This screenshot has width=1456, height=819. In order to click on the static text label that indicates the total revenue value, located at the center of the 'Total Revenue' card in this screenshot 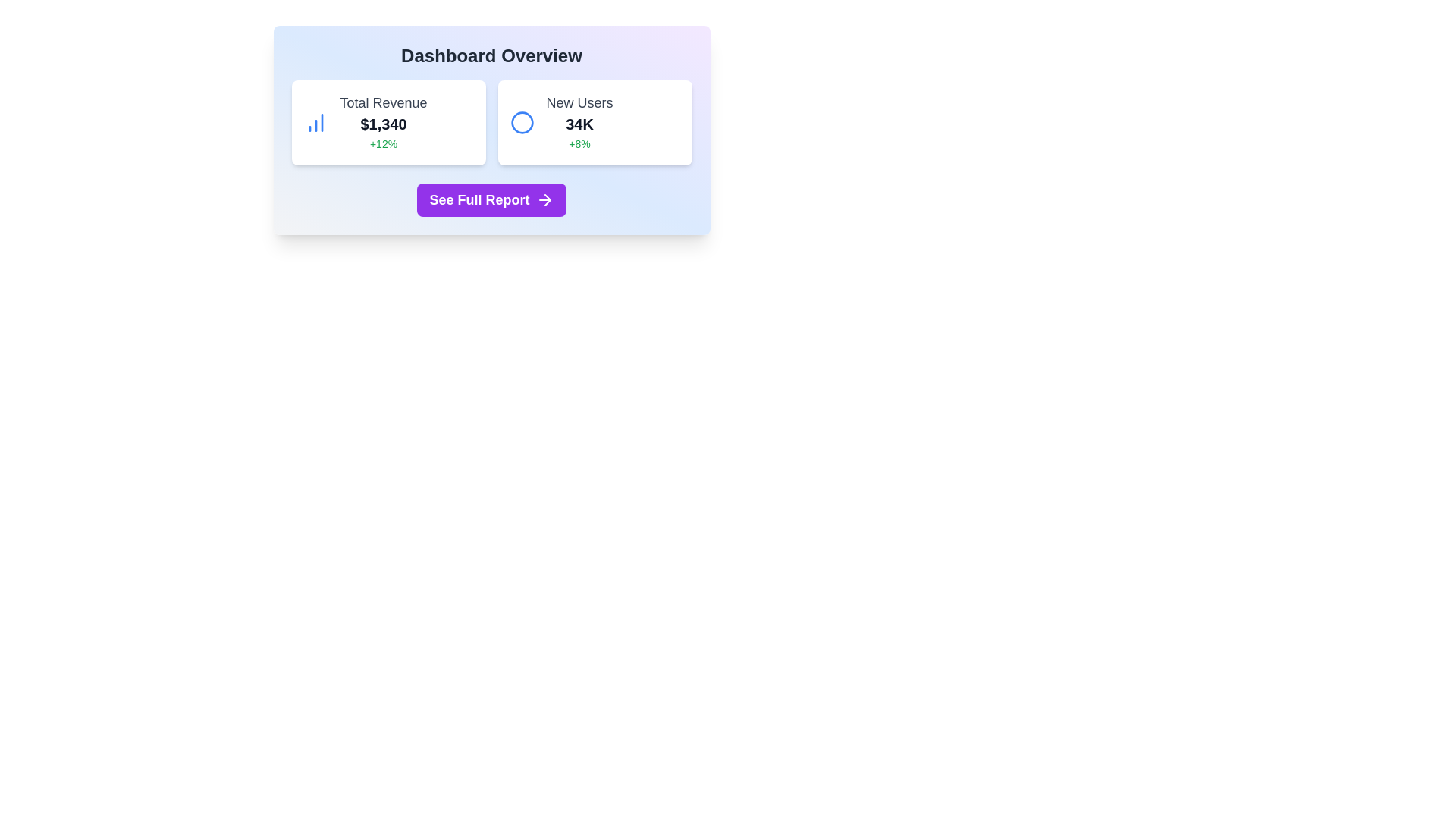, I will do `click(384, 124)`.